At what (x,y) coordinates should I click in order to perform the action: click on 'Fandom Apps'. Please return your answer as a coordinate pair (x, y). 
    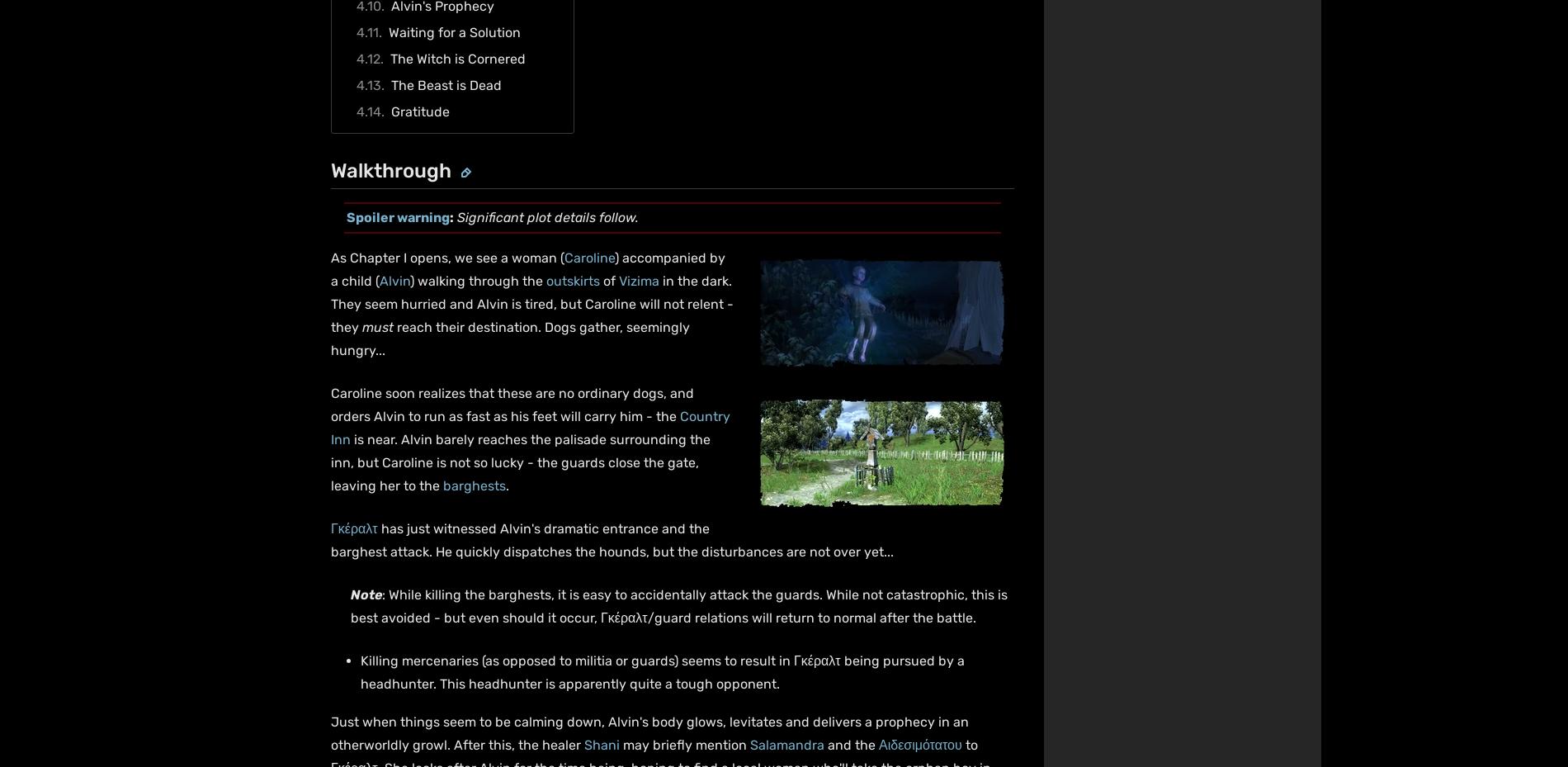
    Looking at the image, I should click on (1062, 601).